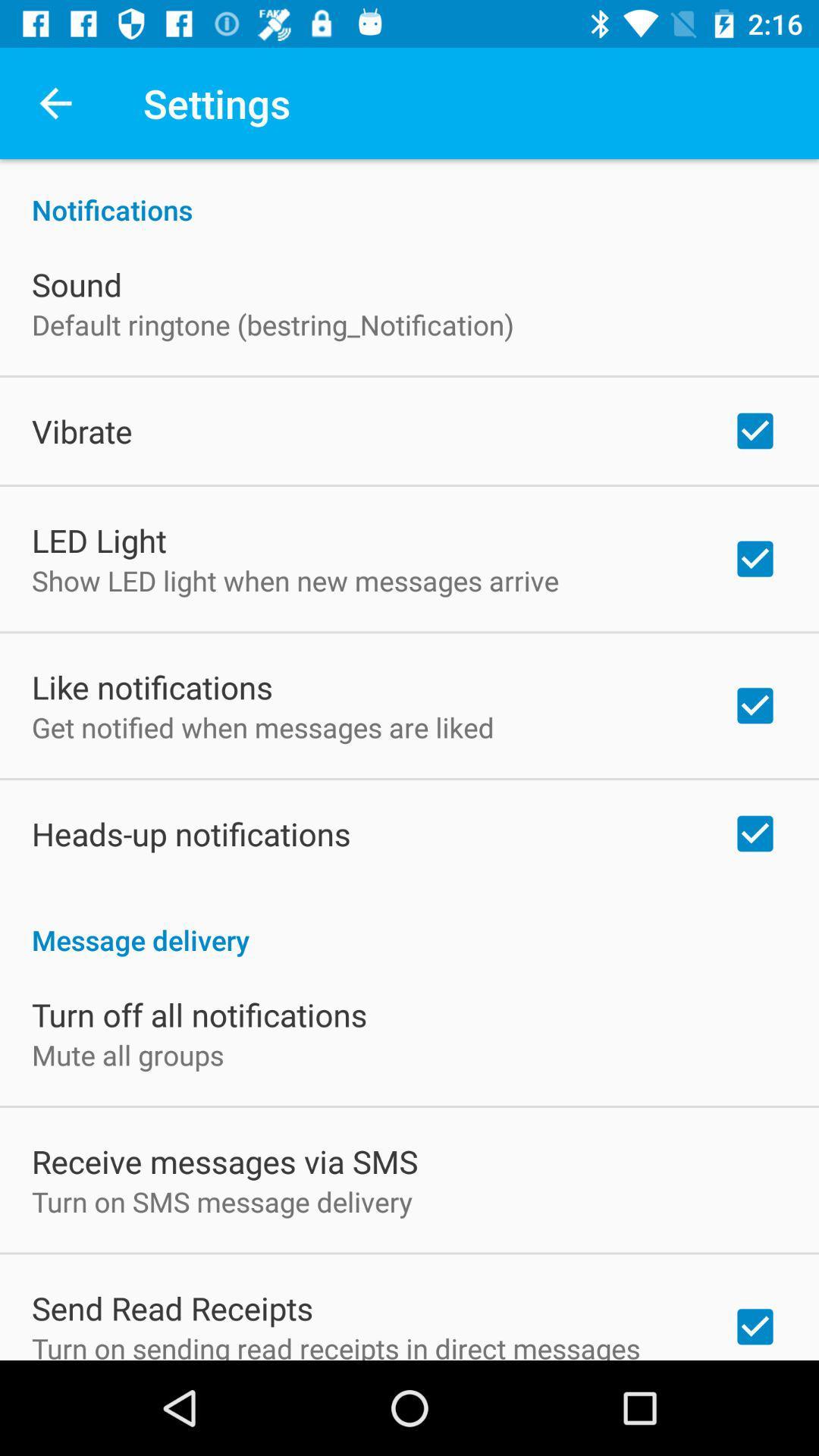 This screenshot has height=1456, width=819. I want to click on default ringtone (bestring_notification) item, so click(271, 324).